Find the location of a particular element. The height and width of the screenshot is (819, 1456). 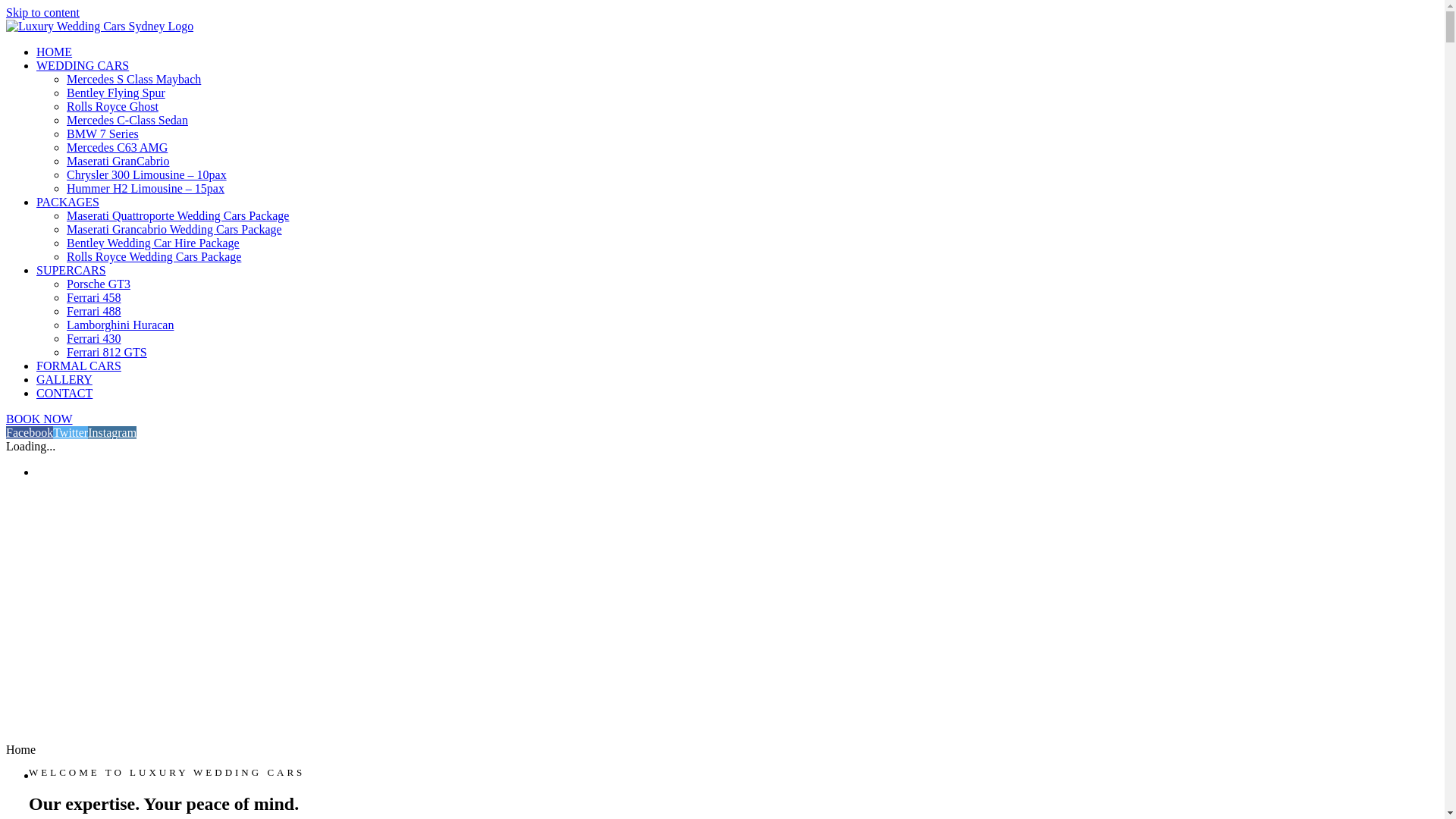

'BOOK NOW' is located at coordinates (39, 419).